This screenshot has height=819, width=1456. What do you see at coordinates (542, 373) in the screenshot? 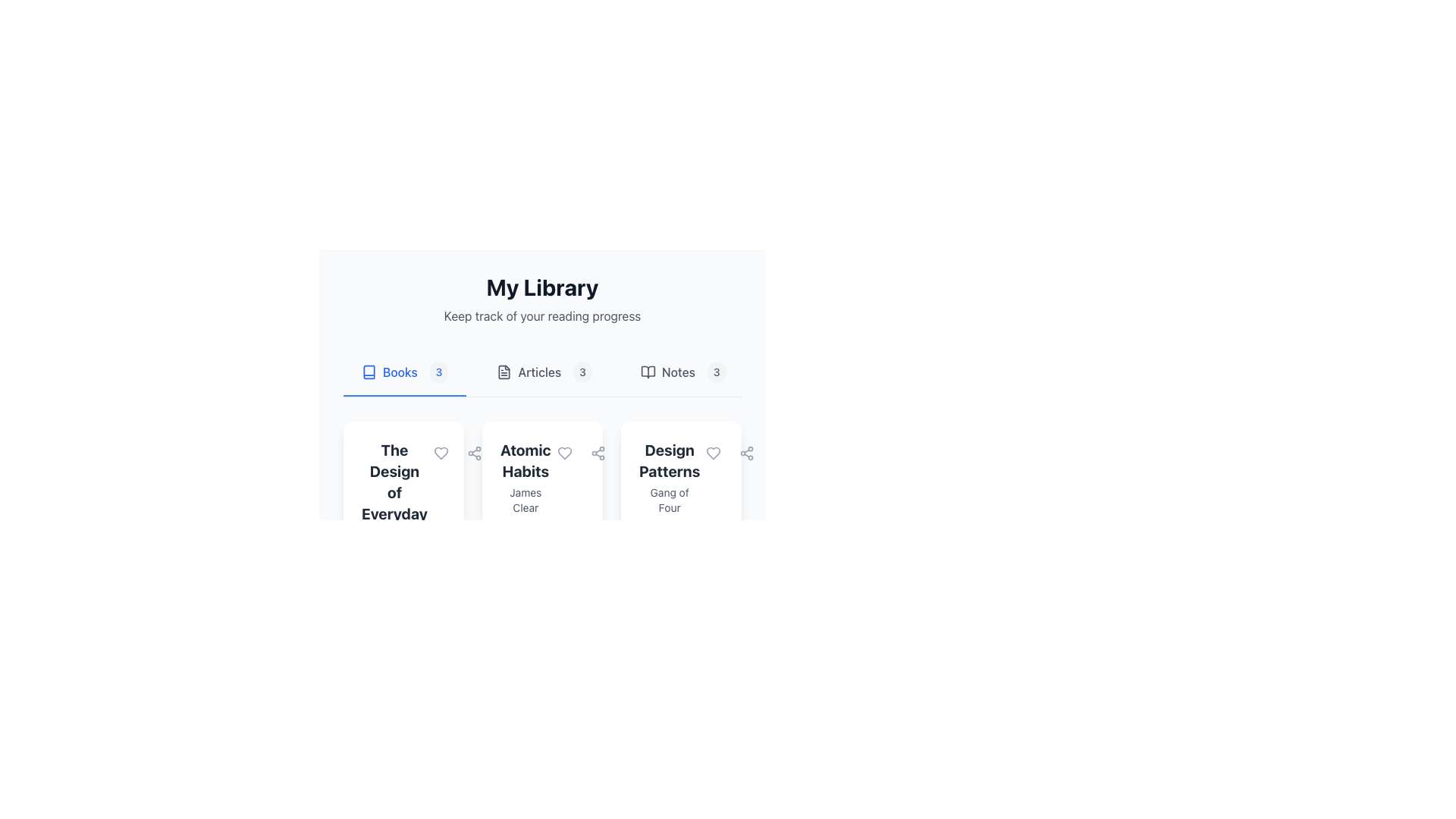
I see `'Articles' navigation tab, which is the second tab in the horizontal navigation bar, featuring a document icon and the count '3'` at bounding box center [542, 373].